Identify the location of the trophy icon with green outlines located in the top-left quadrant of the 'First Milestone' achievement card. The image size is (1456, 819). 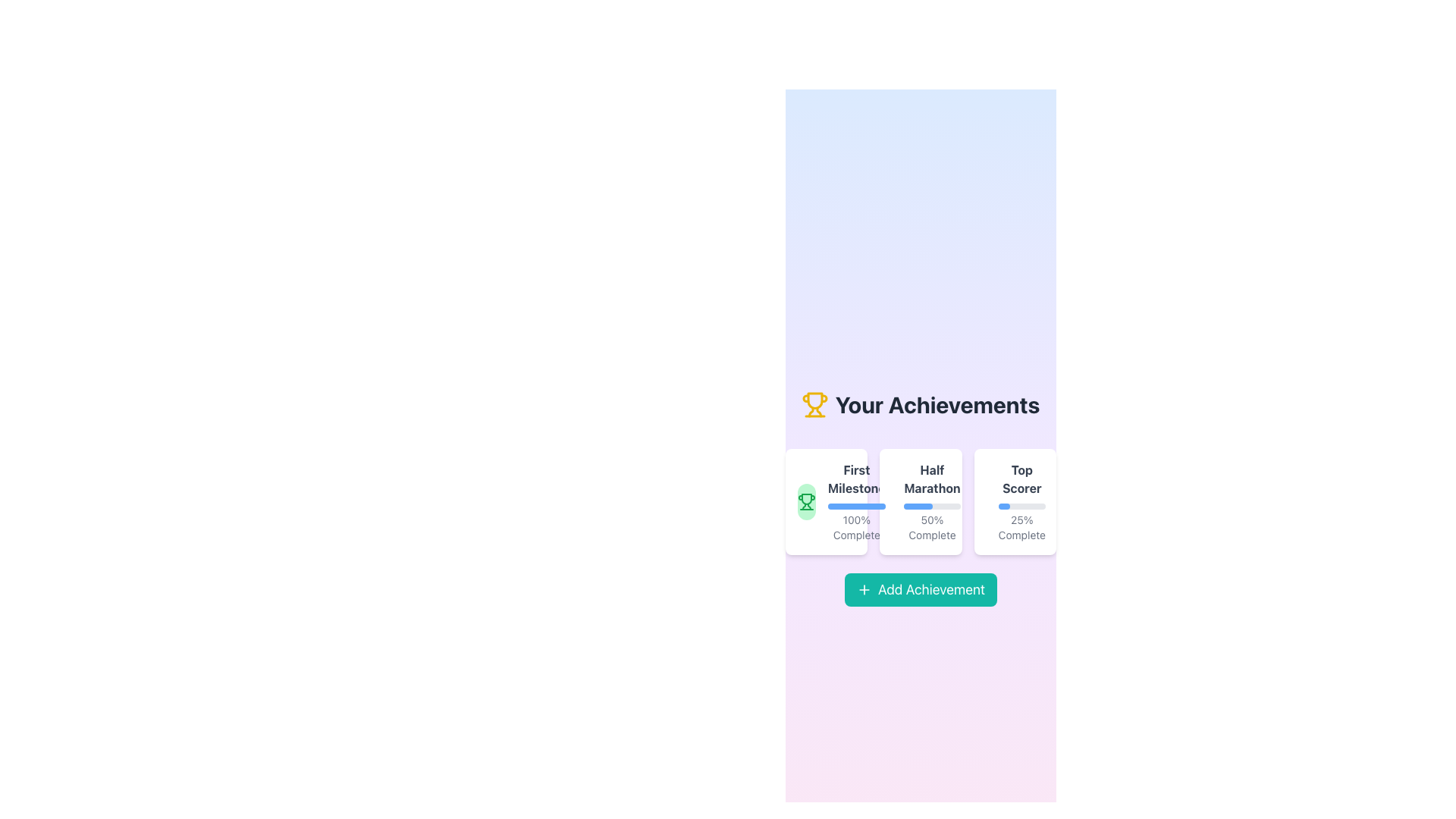
(806, 502).